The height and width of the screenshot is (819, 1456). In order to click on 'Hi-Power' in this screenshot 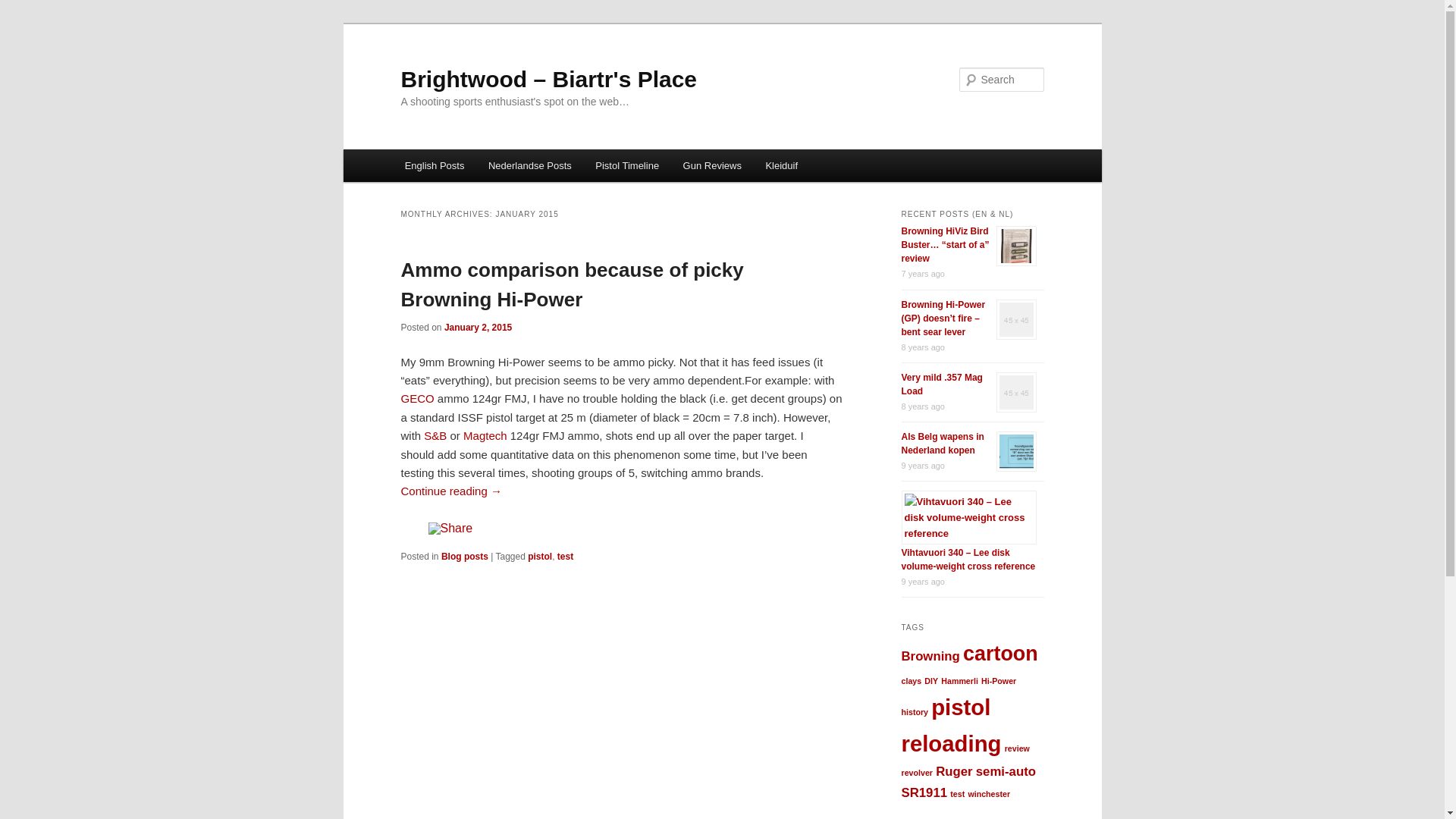, I will do `click(998, 680)`.